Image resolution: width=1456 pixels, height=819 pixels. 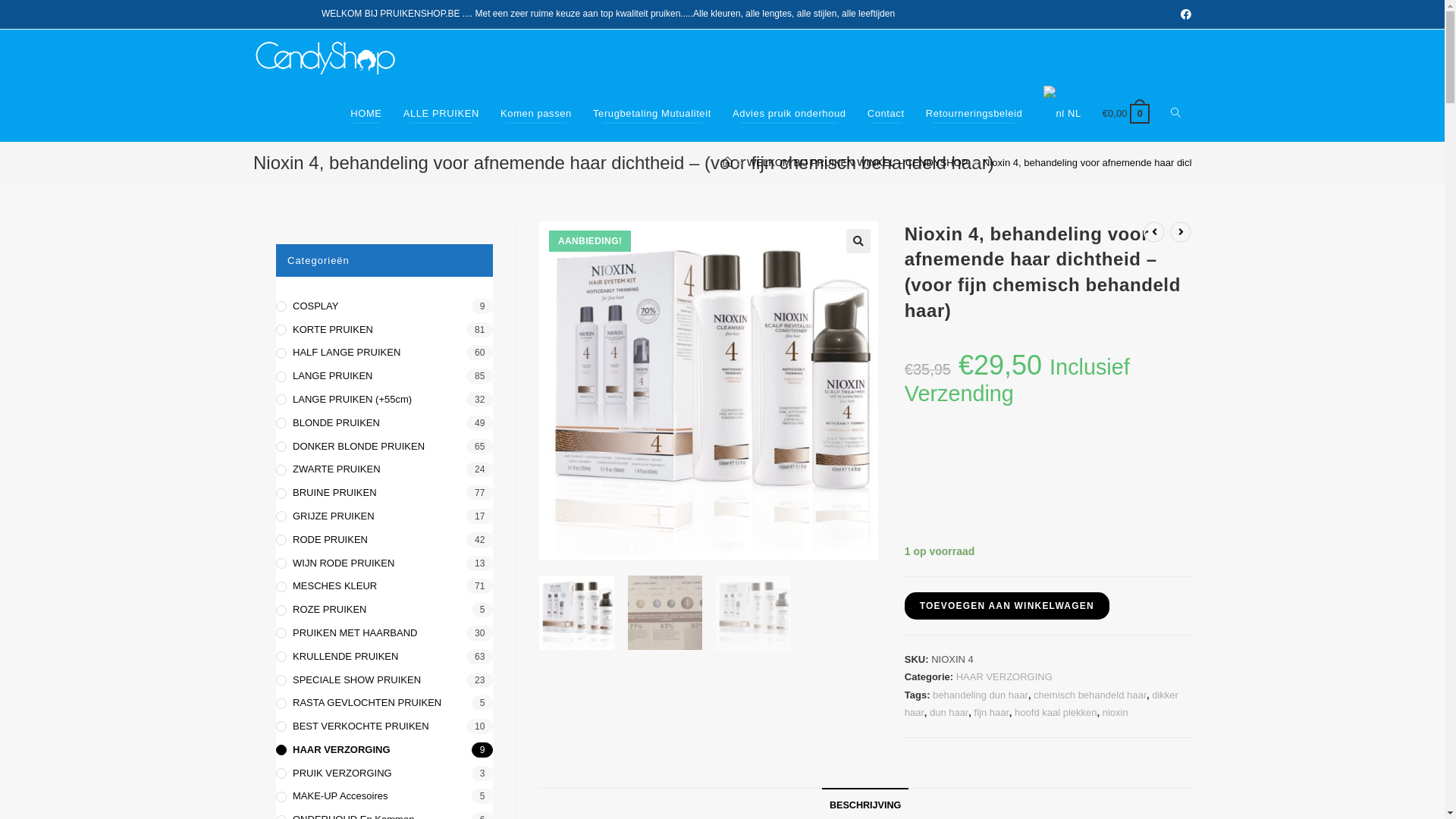 I want to click on 'PRUIKEN MET HAARBAND', so click(x=384, y=633).